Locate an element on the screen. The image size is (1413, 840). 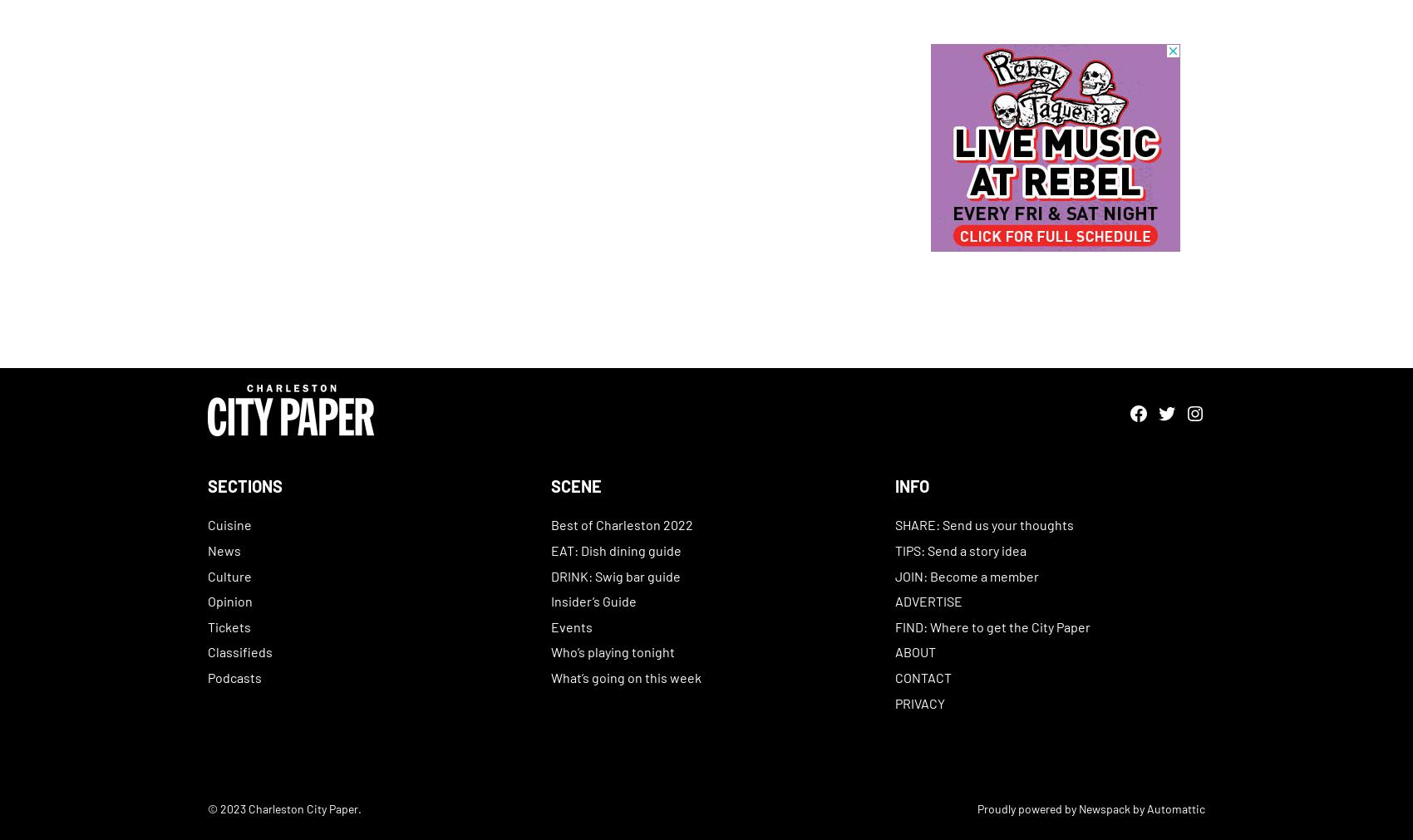
'ABOUT' is located at coordinates (894, 651).